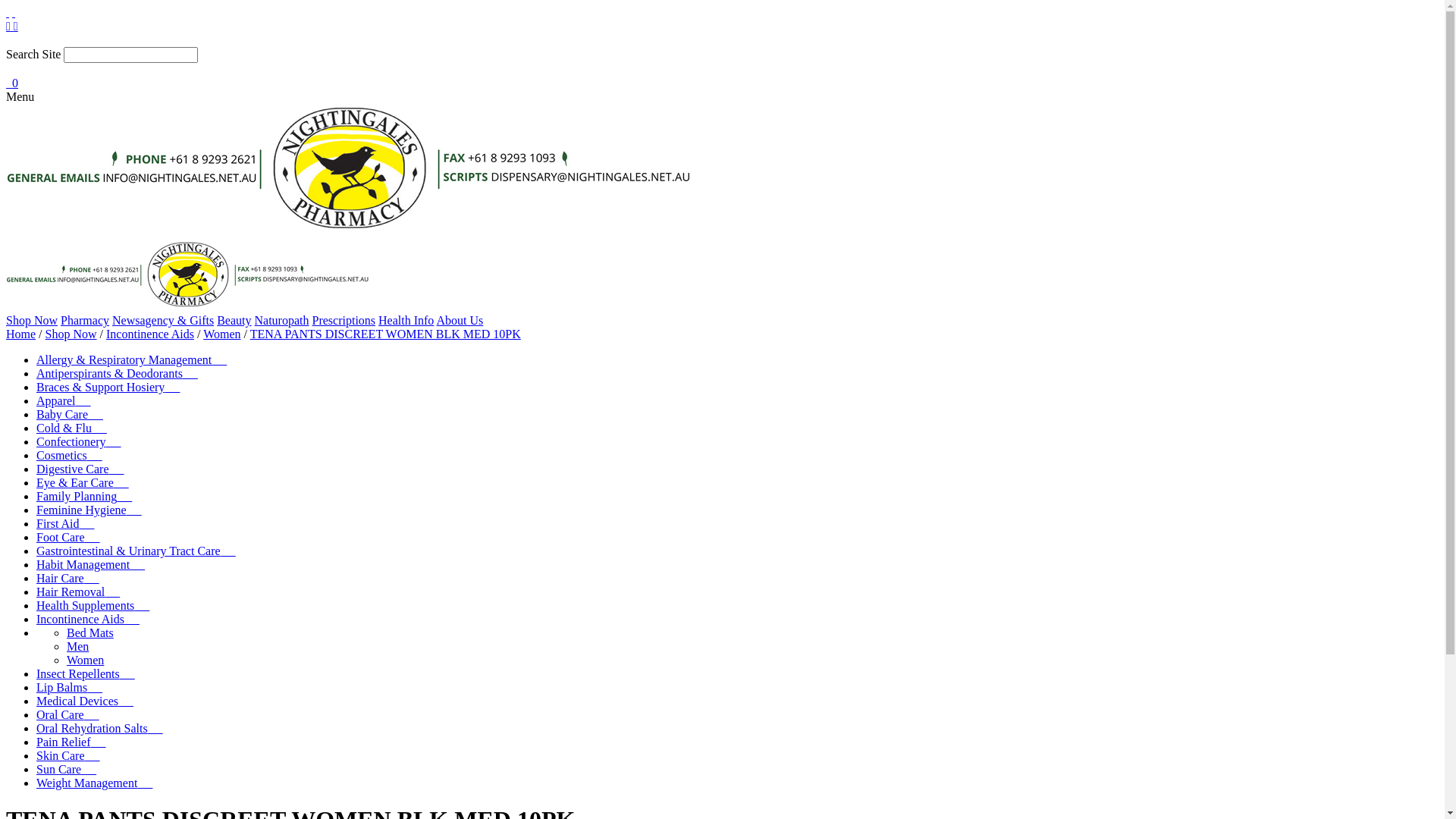 Image resolution: width=1456 pixels, height=819 pixels. Describe the element at coordinates (68, 454) in the screenshot. I see `'Cosmetics     '` at that location.